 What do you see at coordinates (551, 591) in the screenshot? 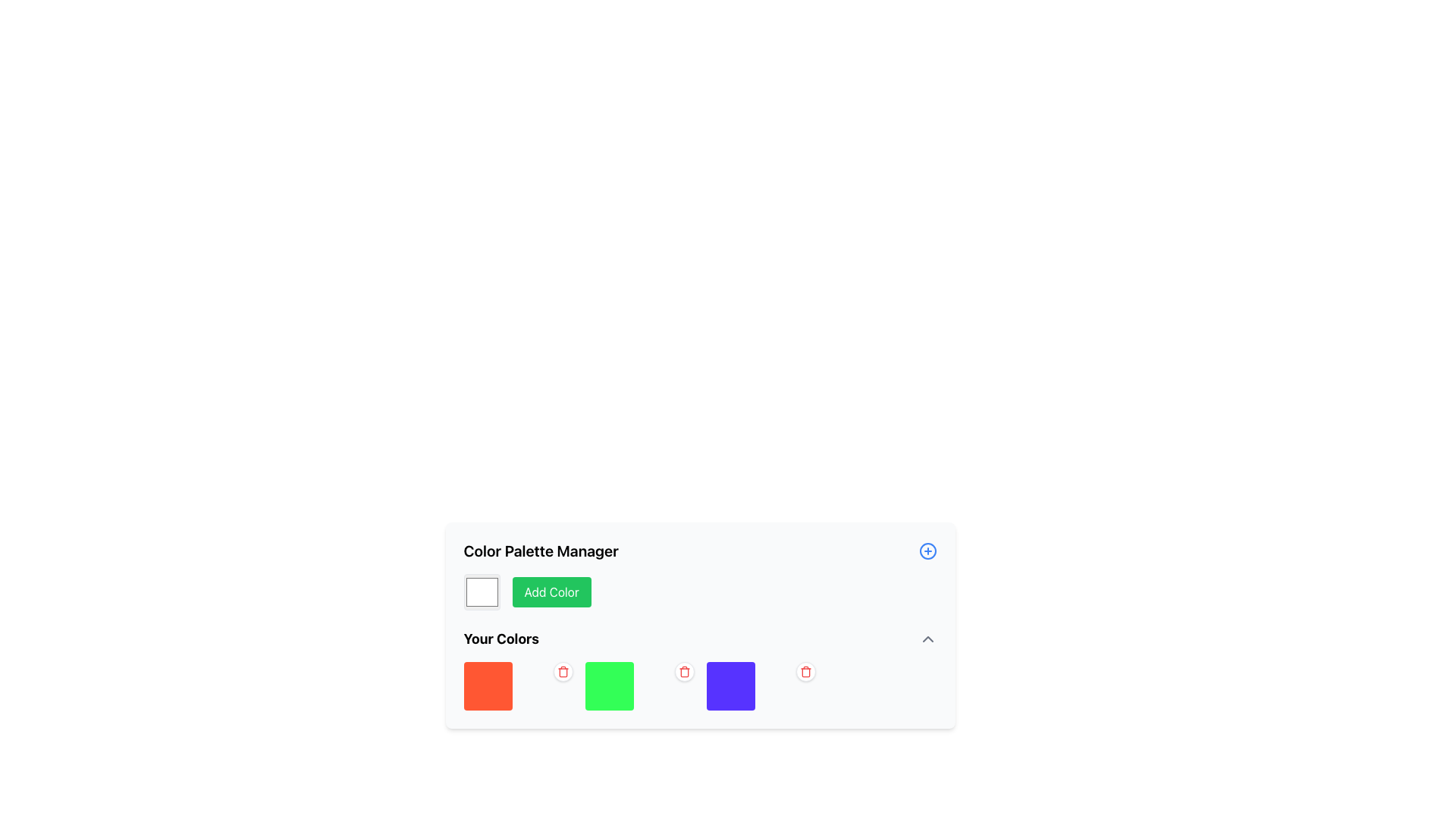
I see `the button that adds a new color to the palette, located to the right of the square color picker in the 'Color Palette Manager' section` at bounding box center [551, 591].